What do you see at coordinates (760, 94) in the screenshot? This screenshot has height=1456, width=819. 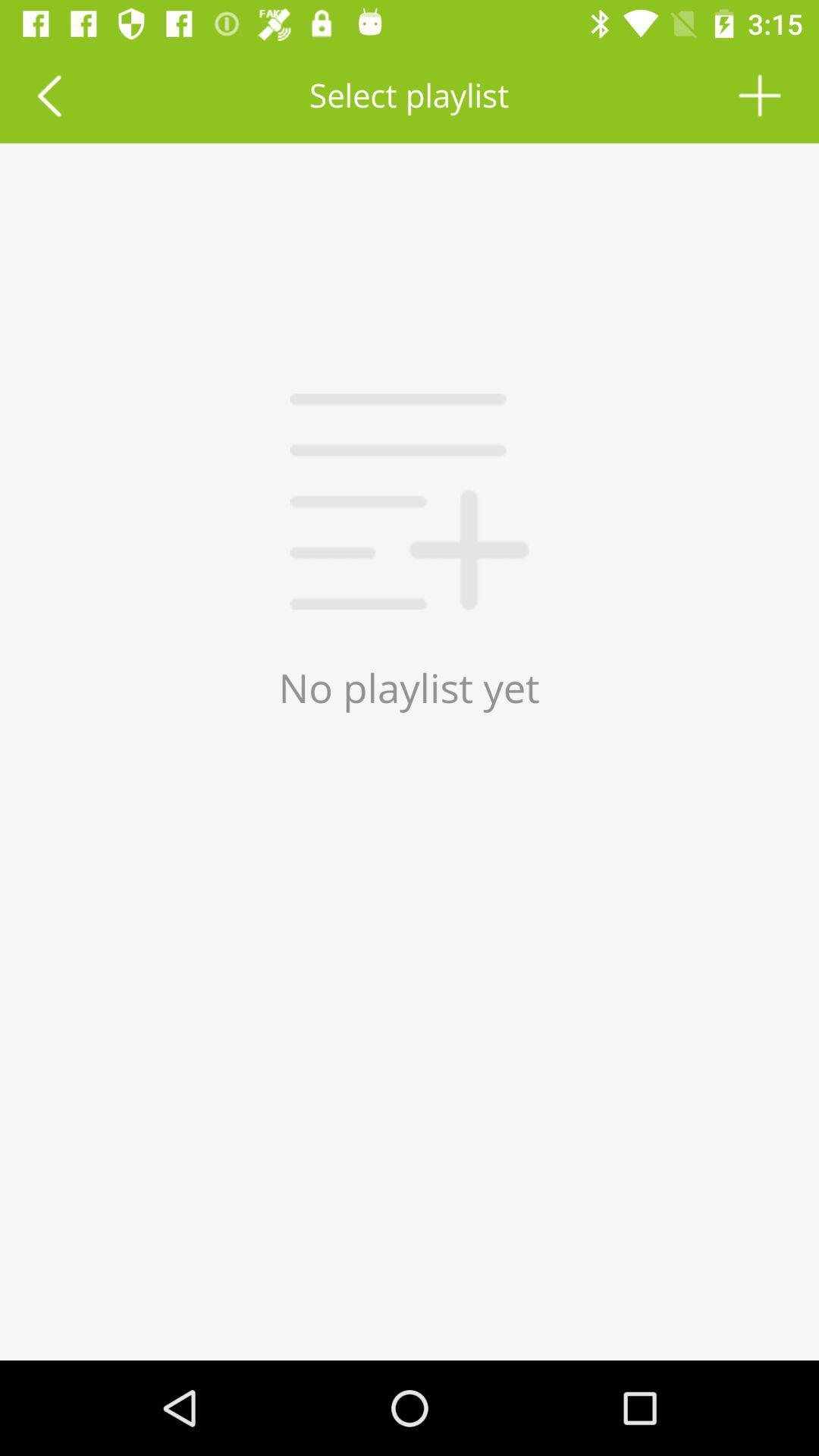 I see `the icon next to the select playlist` at bounding box center [760, 94].